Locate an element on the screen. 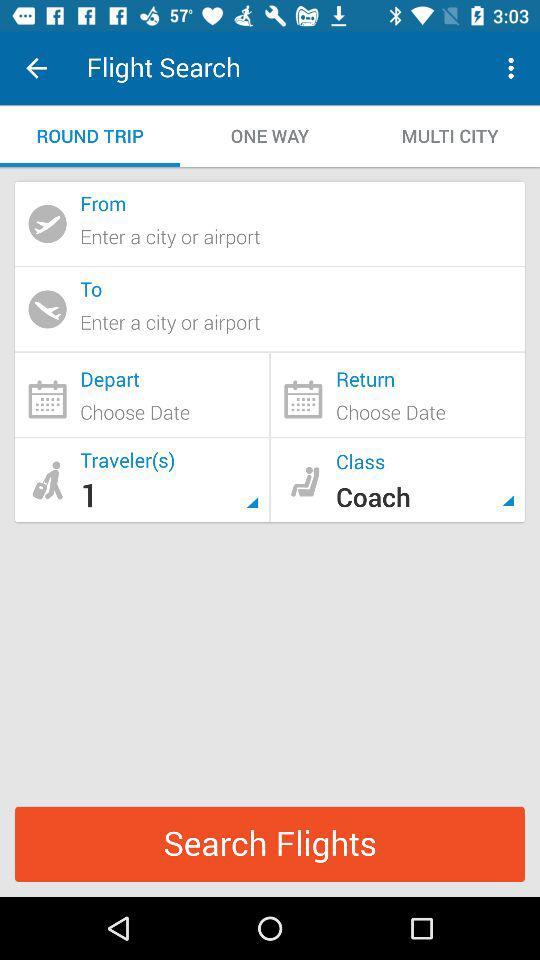 The height and width of the screenshot is (960, 540). item to the left of one way item is located at coordinates (89, 135).